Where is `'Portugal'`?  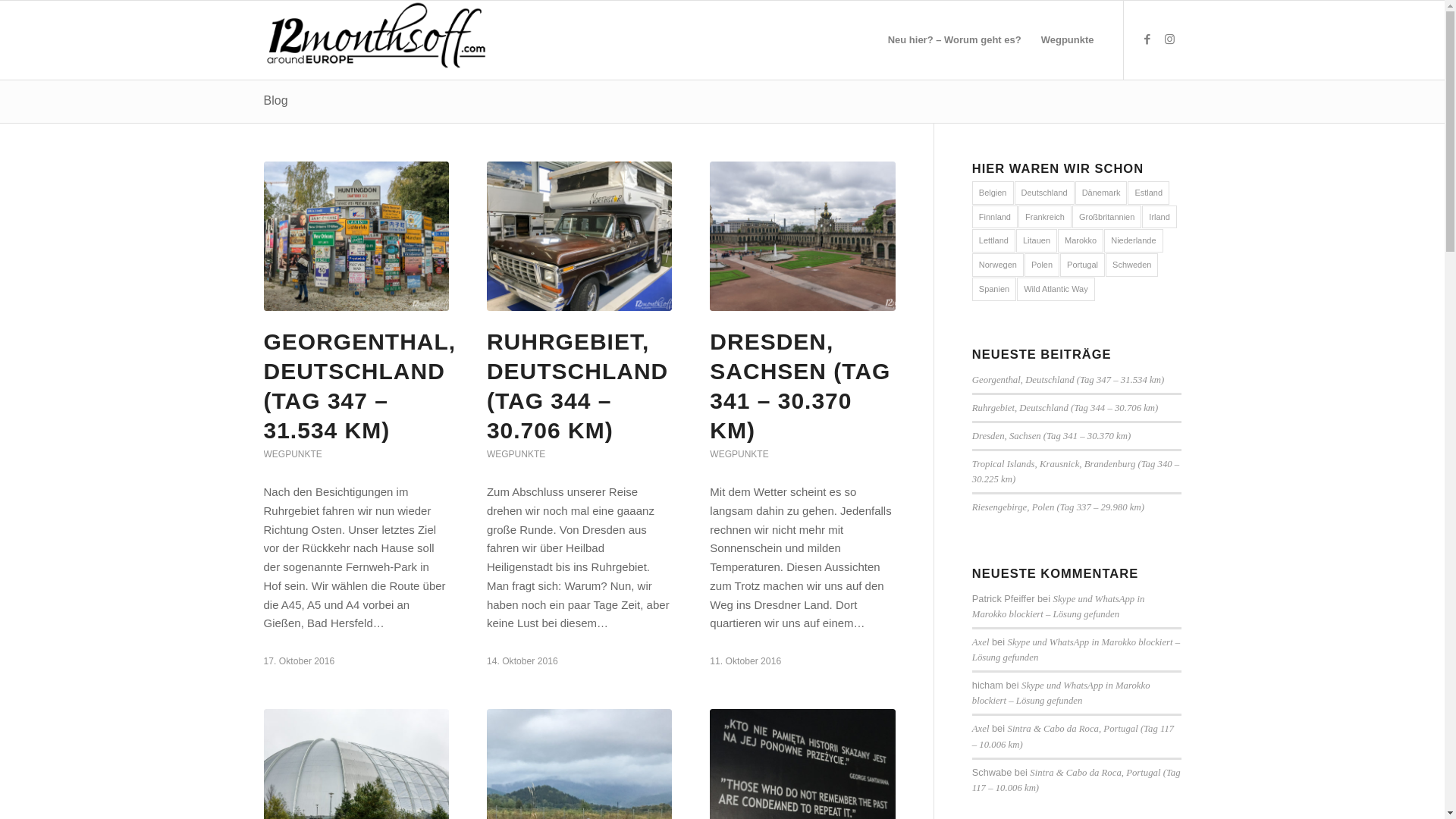 'Portugal' is located at coordinates (1059, 264).